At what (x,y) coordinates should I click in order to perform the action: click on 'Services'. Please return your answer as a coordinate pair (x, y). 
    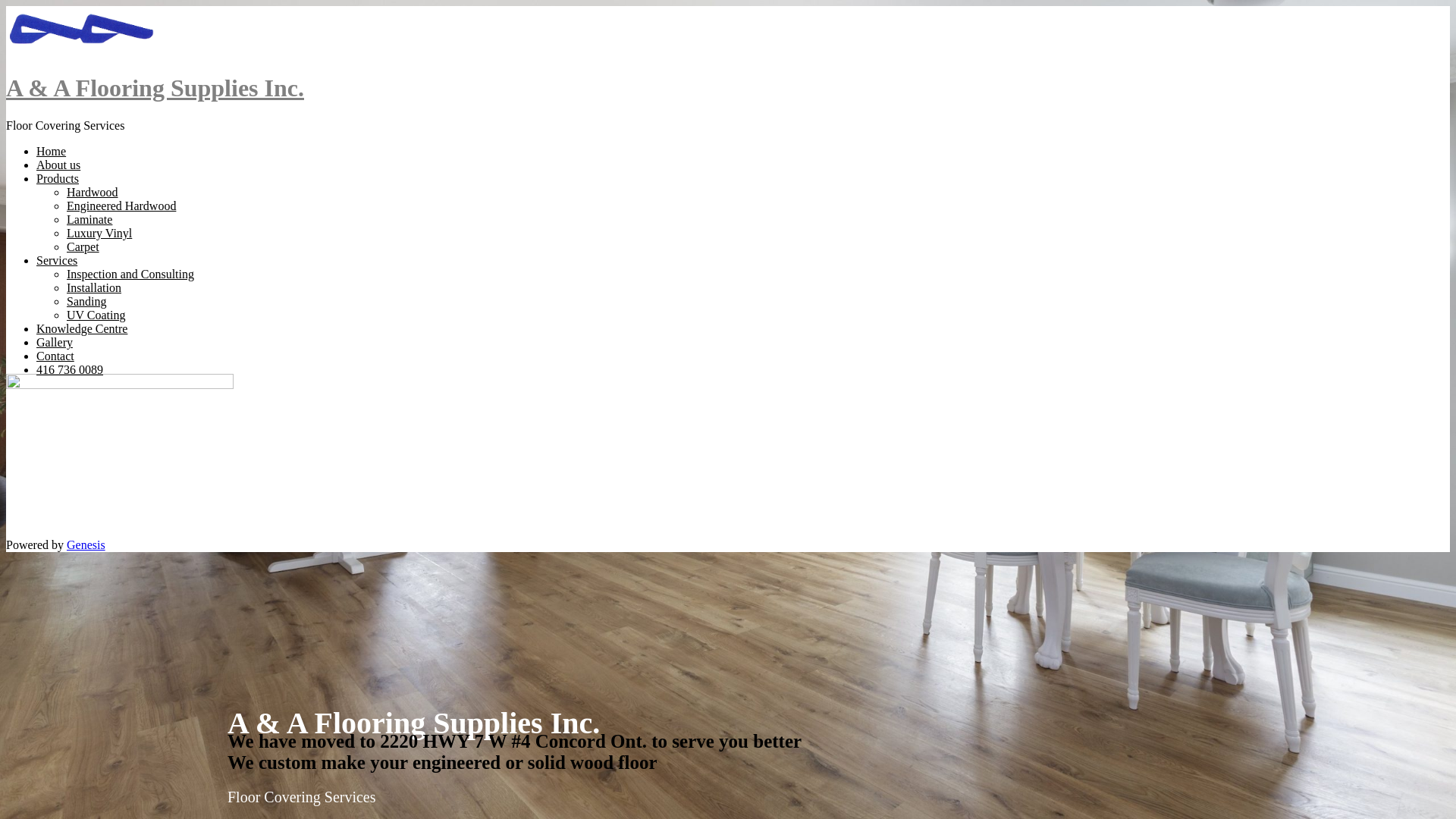
    Looking at the image, I should click on (57, 259).